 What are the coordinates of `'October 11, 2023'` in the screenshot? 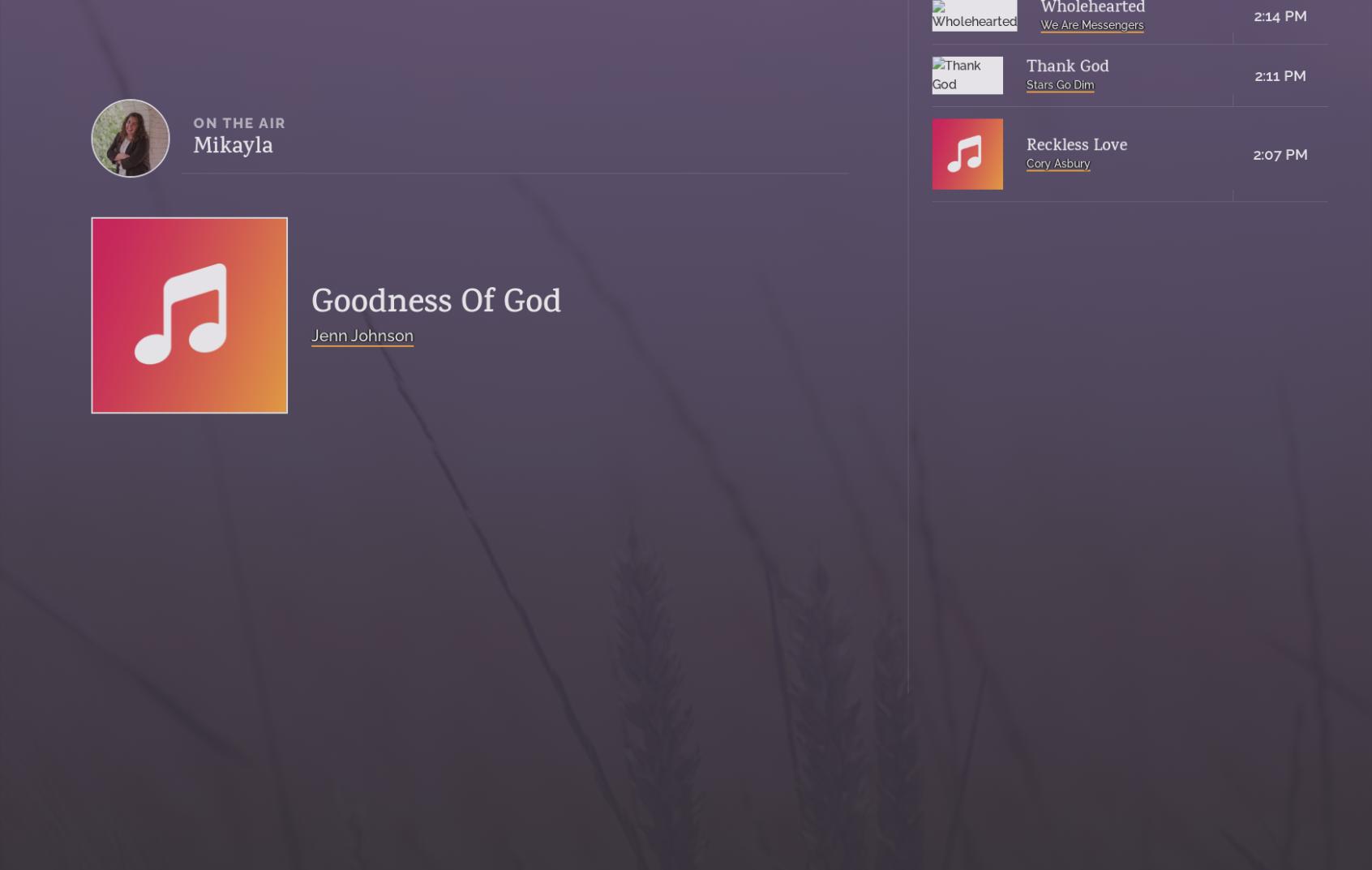 It's located at (953, 122).